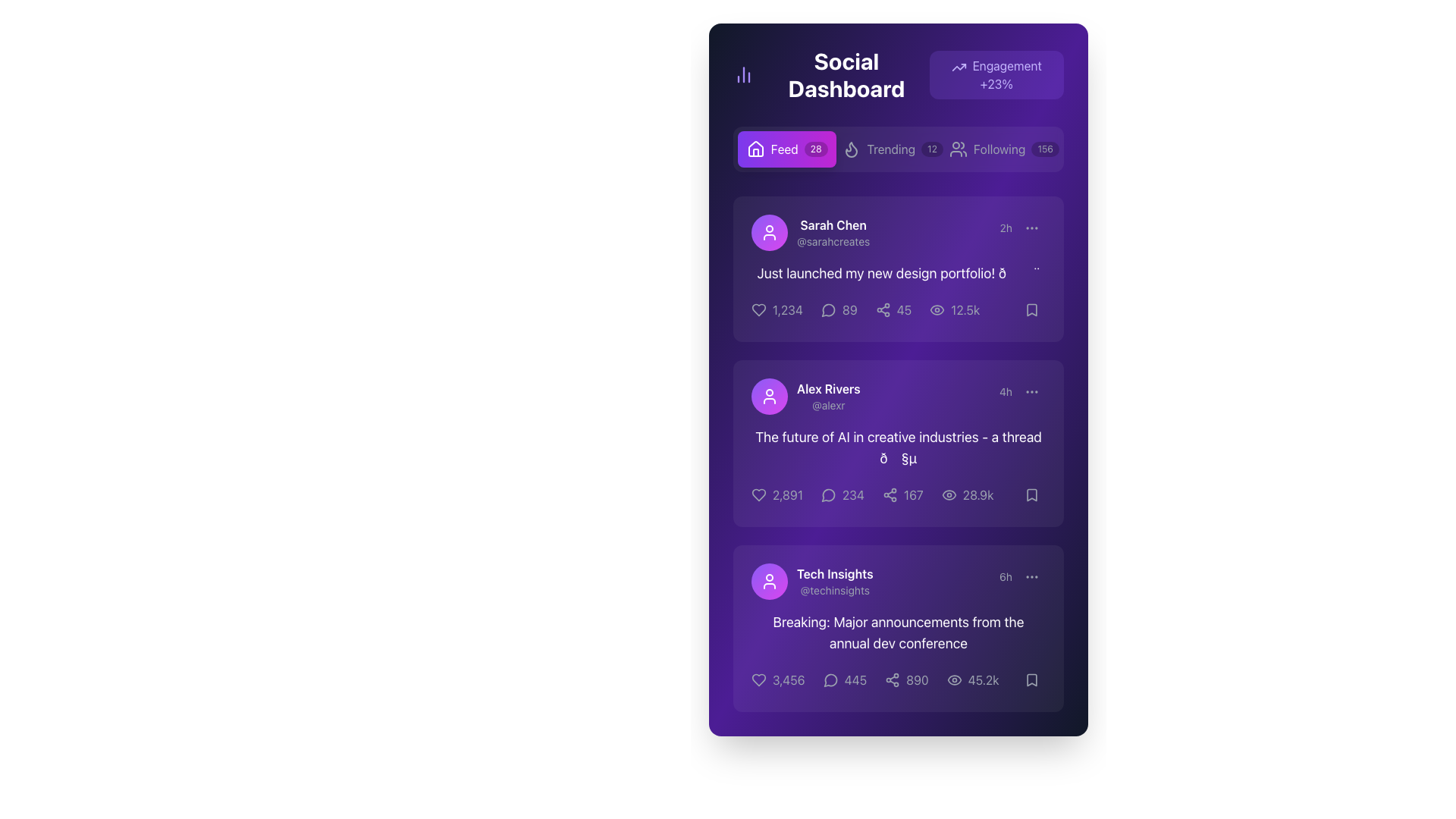  I want to click on text label displaying 'Tech Insights', which is prominently styled in bold white font against a purple background, located near the top-left of a card in a feed, so click(834, 573).